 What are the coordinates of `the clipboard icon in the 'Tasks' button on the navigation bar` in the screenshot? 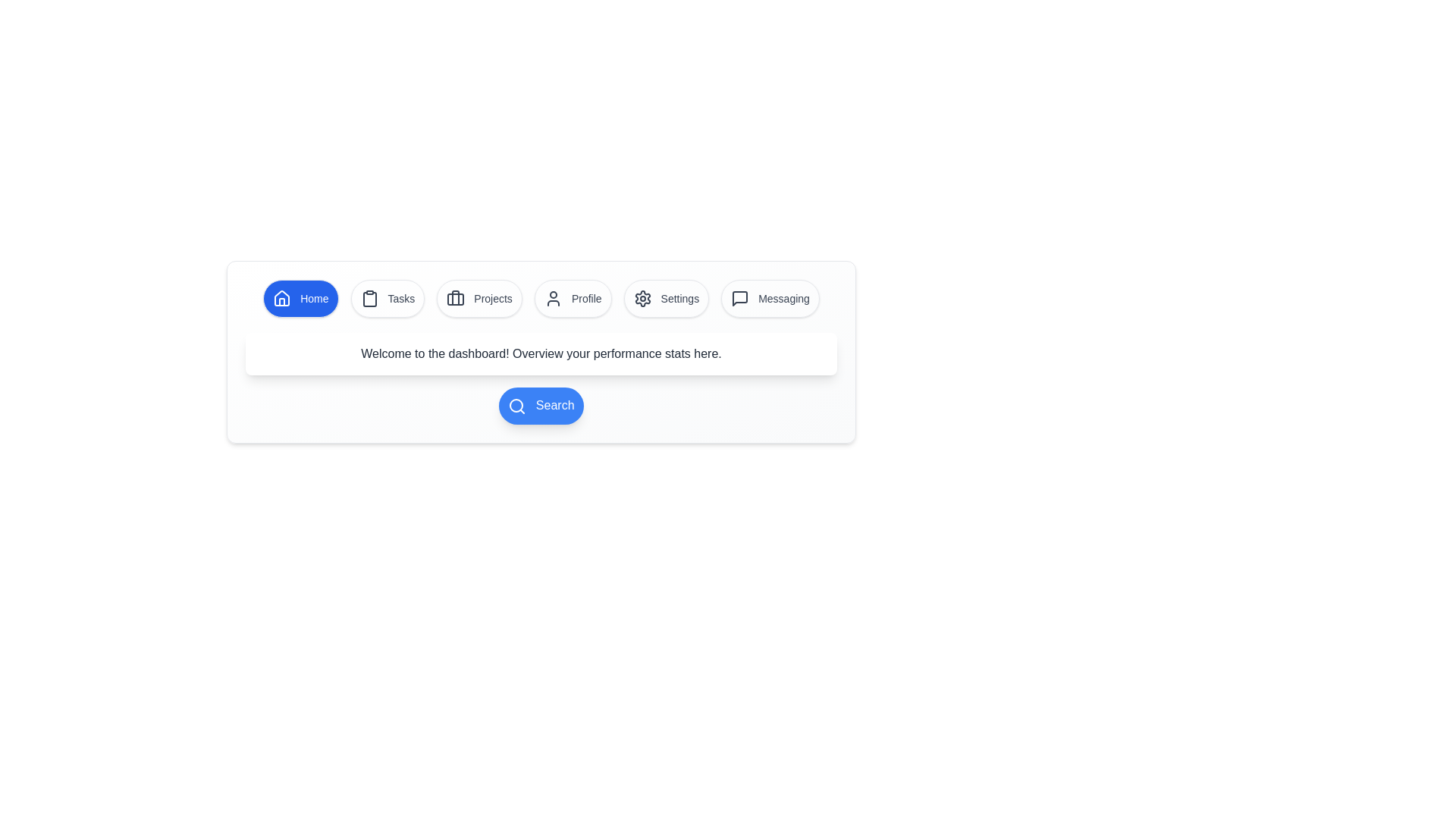 It's located at (369, 298).